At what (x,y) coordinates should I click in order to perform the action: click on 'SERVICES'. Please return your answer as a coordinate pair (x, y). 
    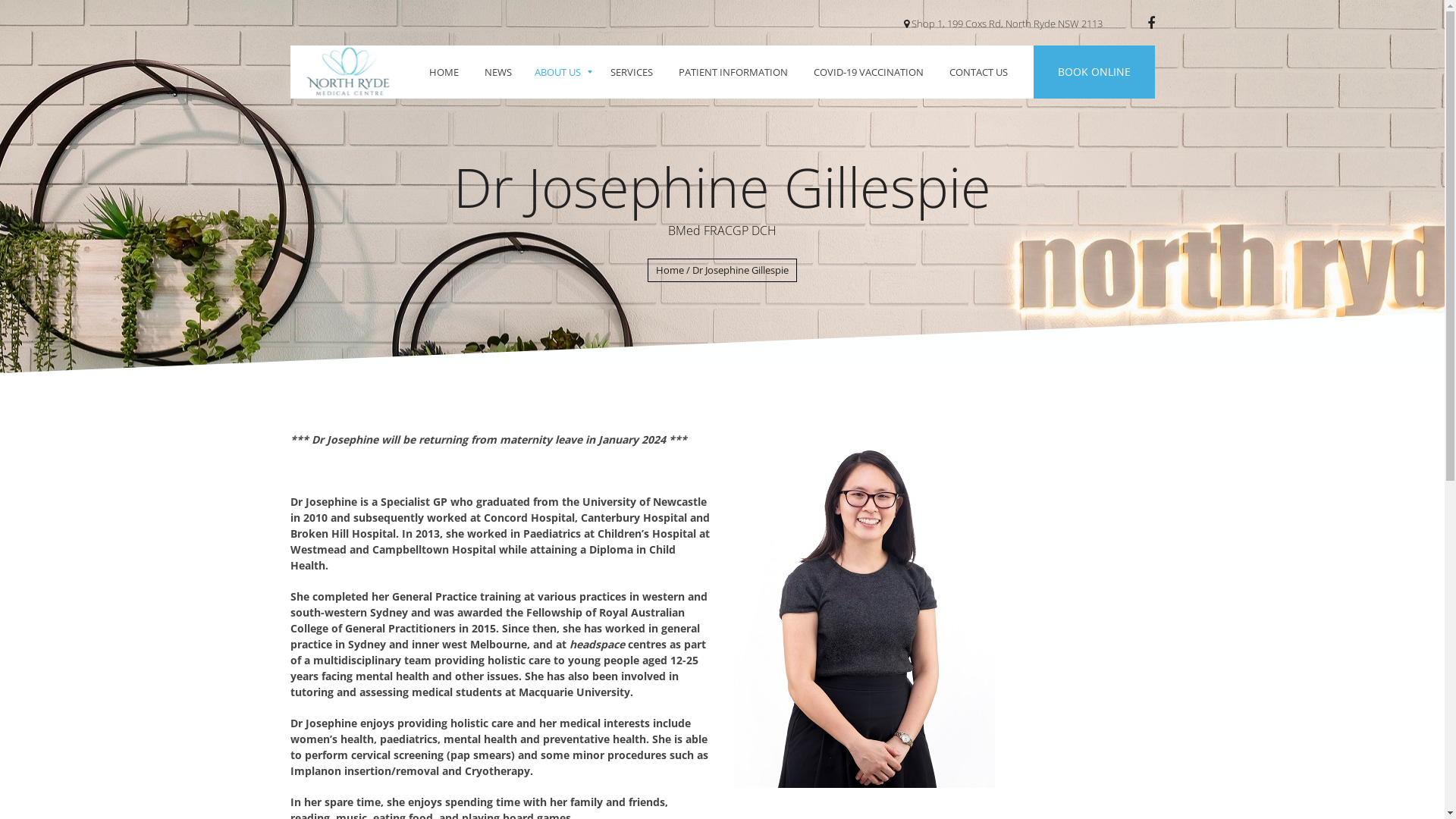
    Looking at the image, I should click on (632, 72).